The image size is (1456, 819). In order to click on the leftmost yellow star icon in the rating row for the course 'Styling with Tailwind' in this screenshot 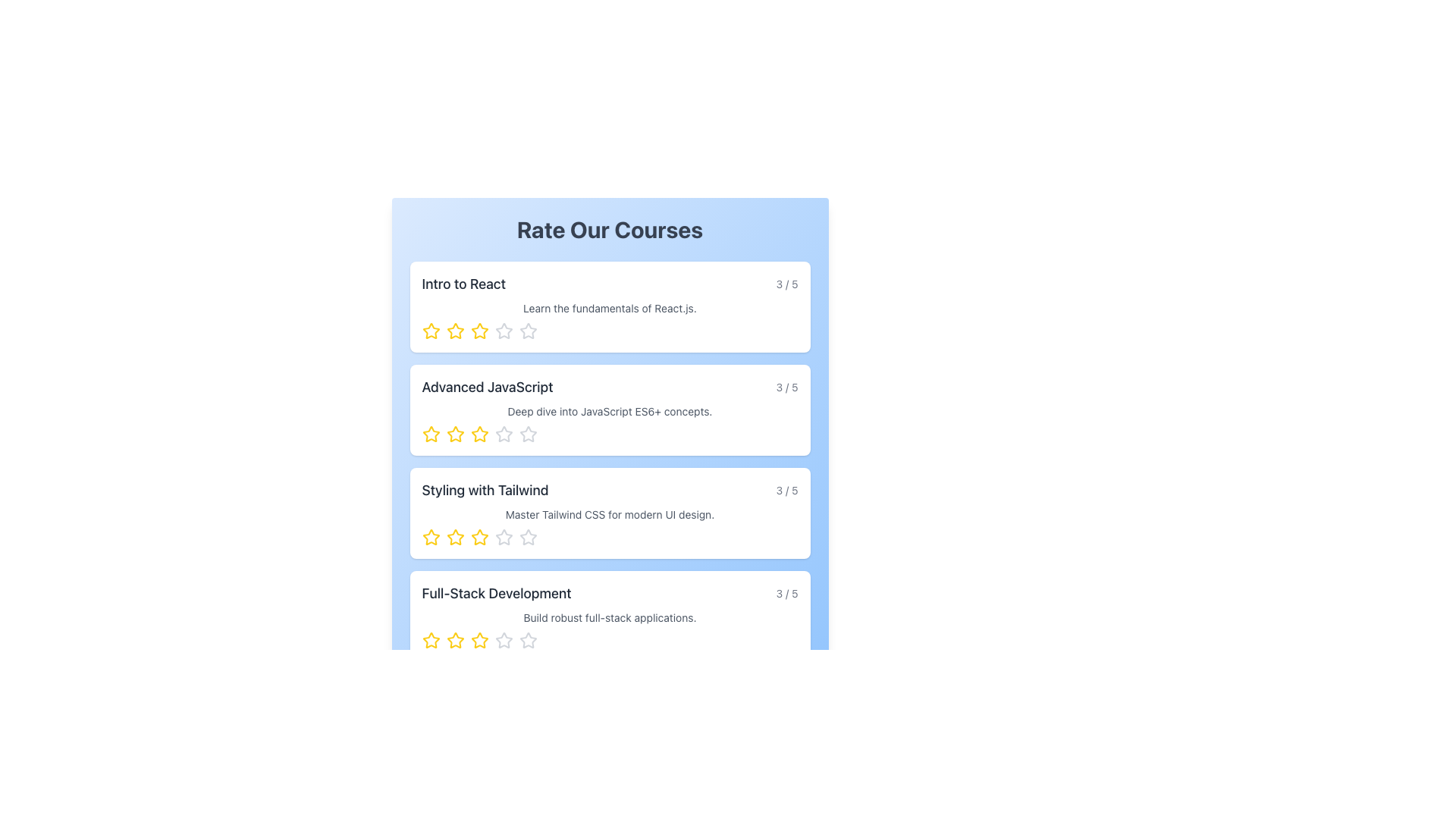, I will do `click(430, 536)`.